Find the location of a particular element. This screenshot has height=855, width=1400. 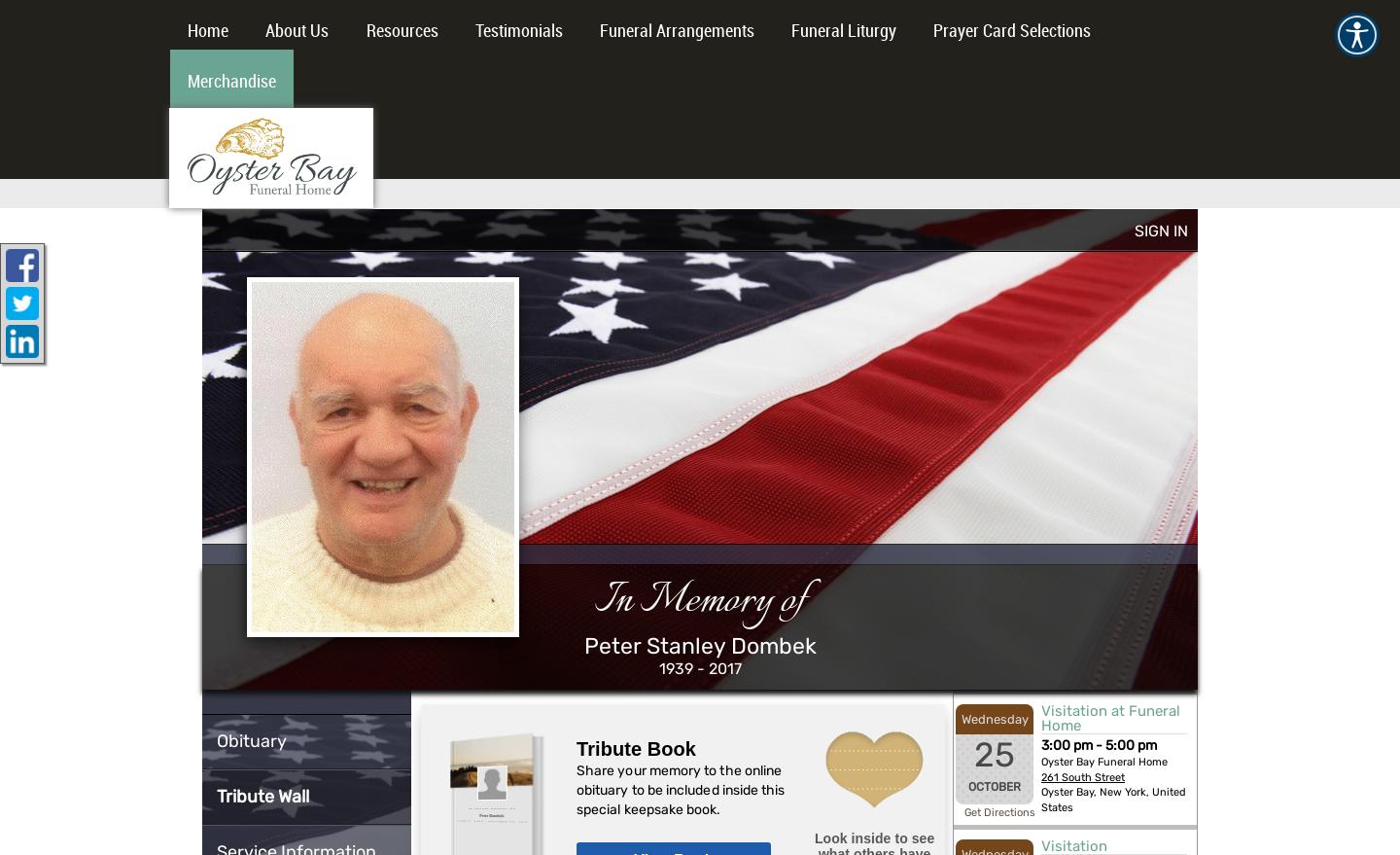

'Tribute Book' is located at coordinates (635, 748).